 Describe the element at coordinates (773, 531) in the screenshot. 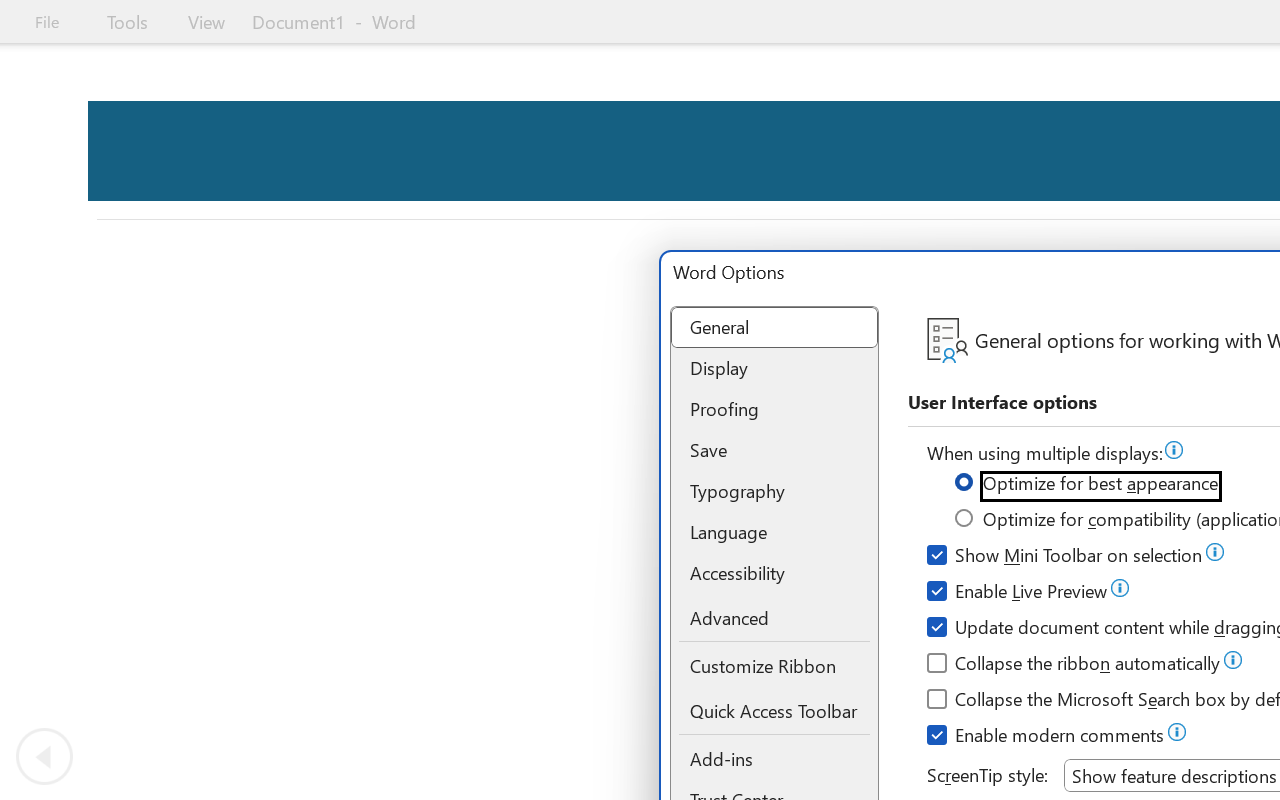

I see `'Language'` at that location.